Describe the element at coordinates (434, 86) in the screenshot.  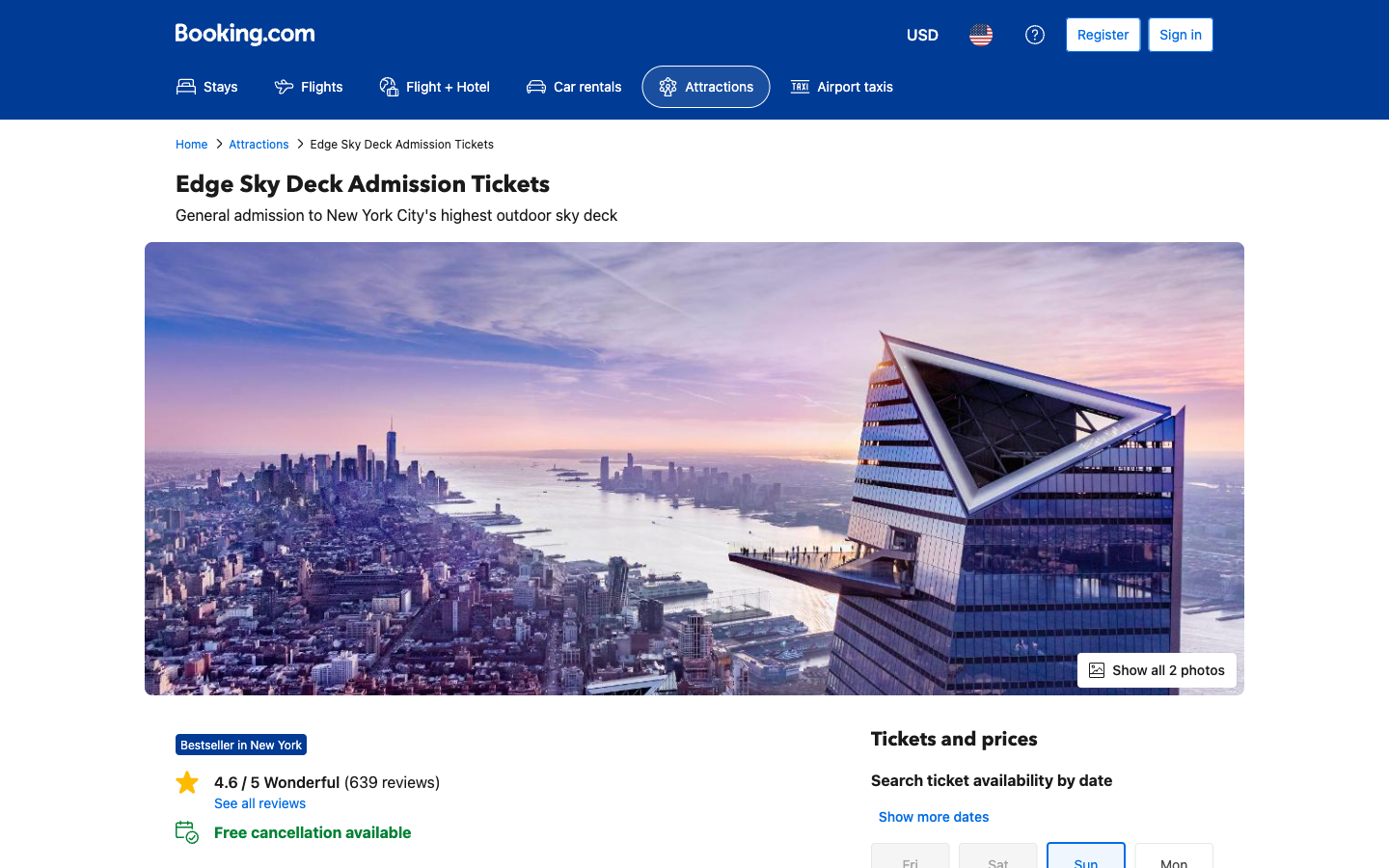
I see `the integrated flights and hotels section` at that location.